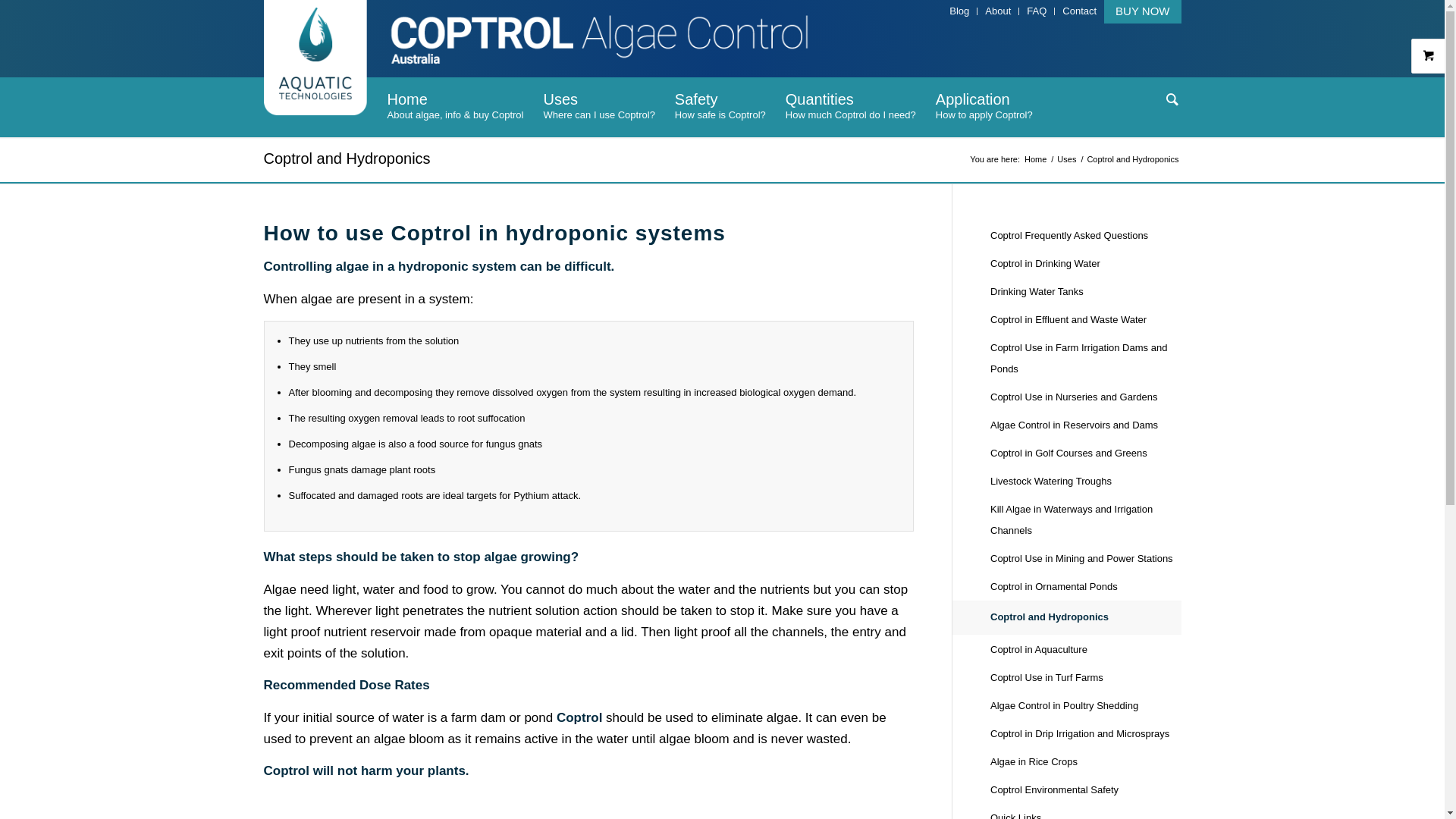  I want to click on 'Coptrol in Drinking Water', so click(1084, 263).